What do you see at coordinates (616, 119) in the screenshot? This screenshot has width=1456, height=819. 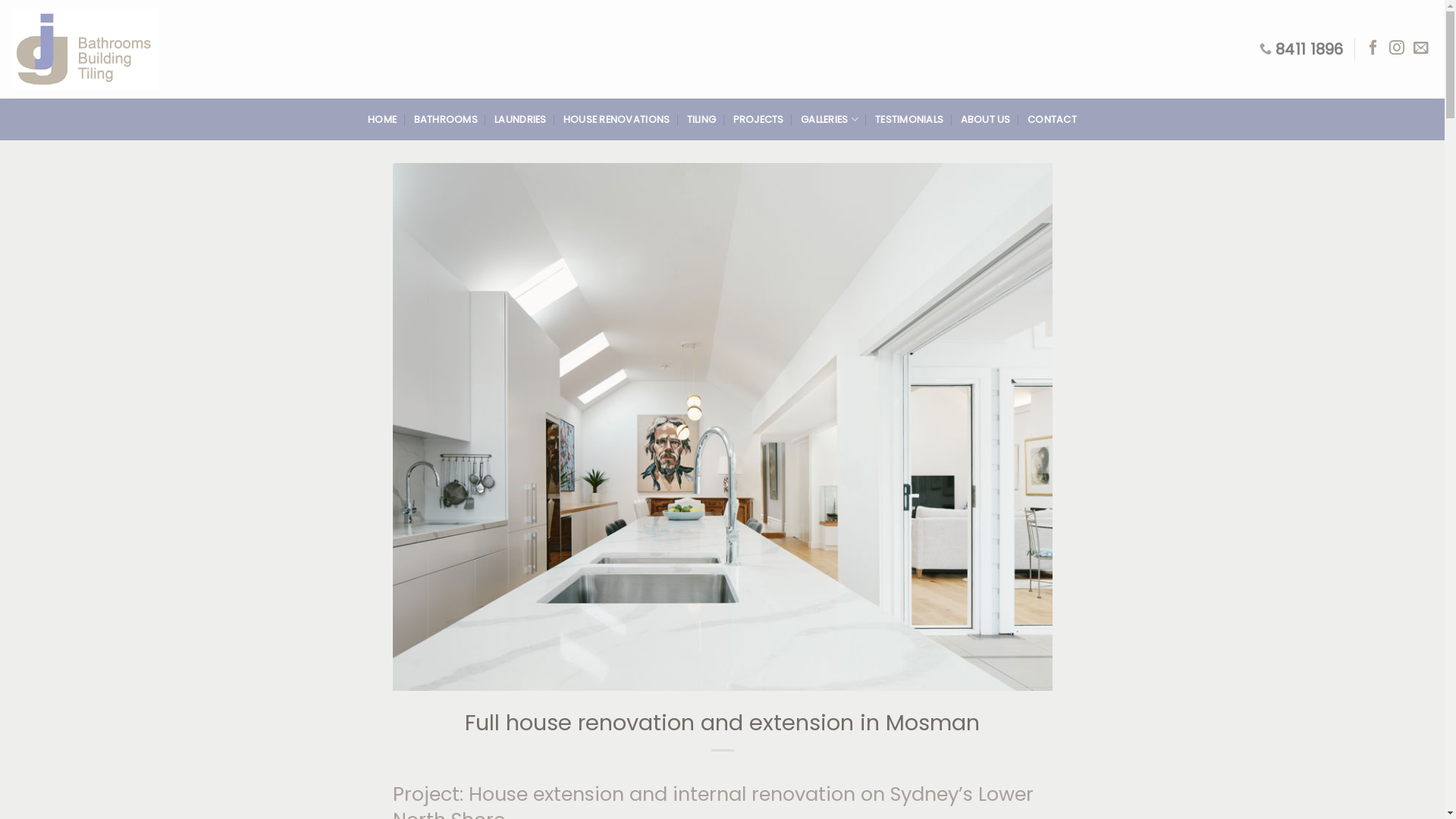 I see `'HOUSE RENOVATIONS'` at bounding box center [616, 119].